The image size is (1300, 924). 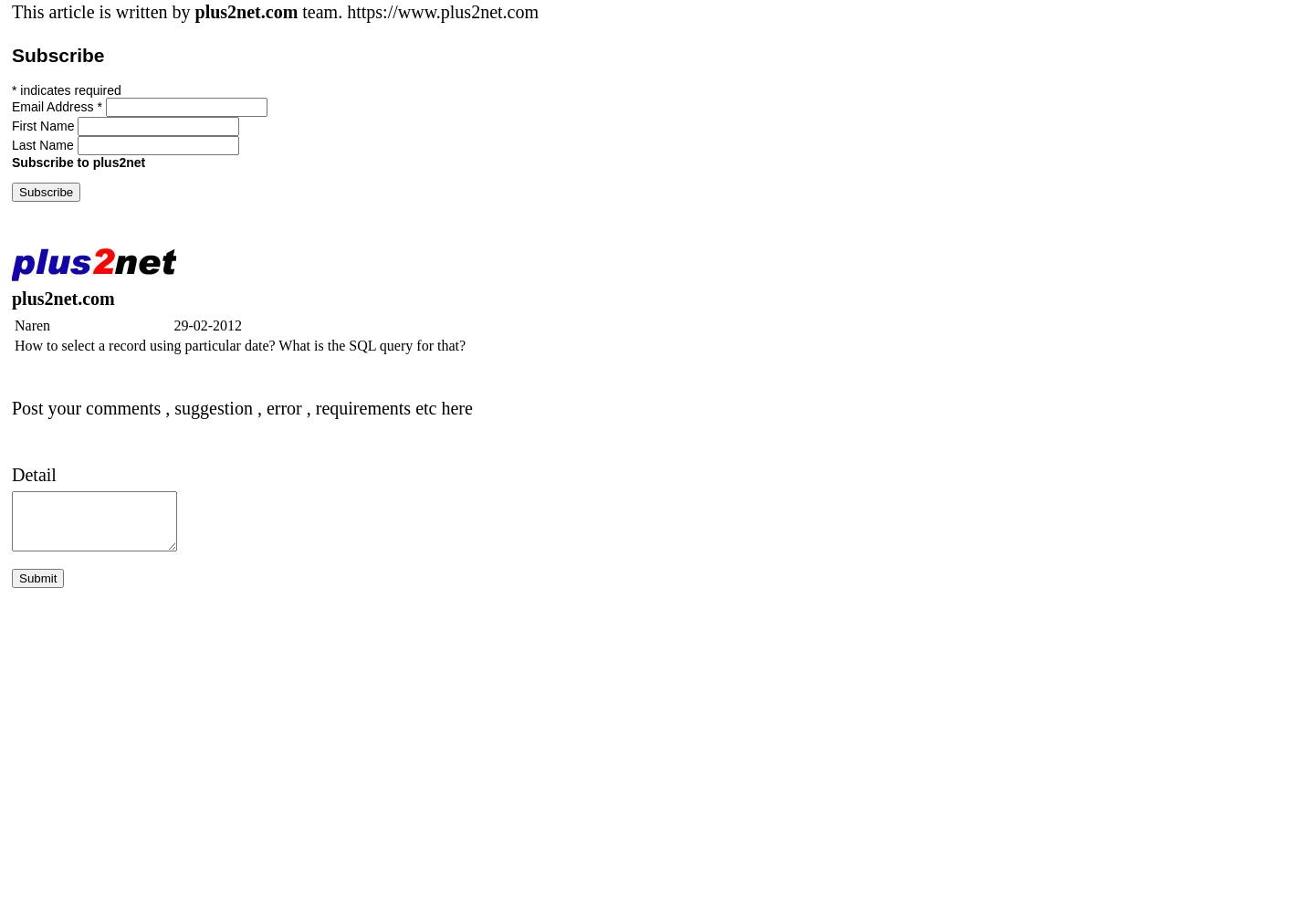 I want to click on 'Aggregate Queries', so click(x=80, y=771).